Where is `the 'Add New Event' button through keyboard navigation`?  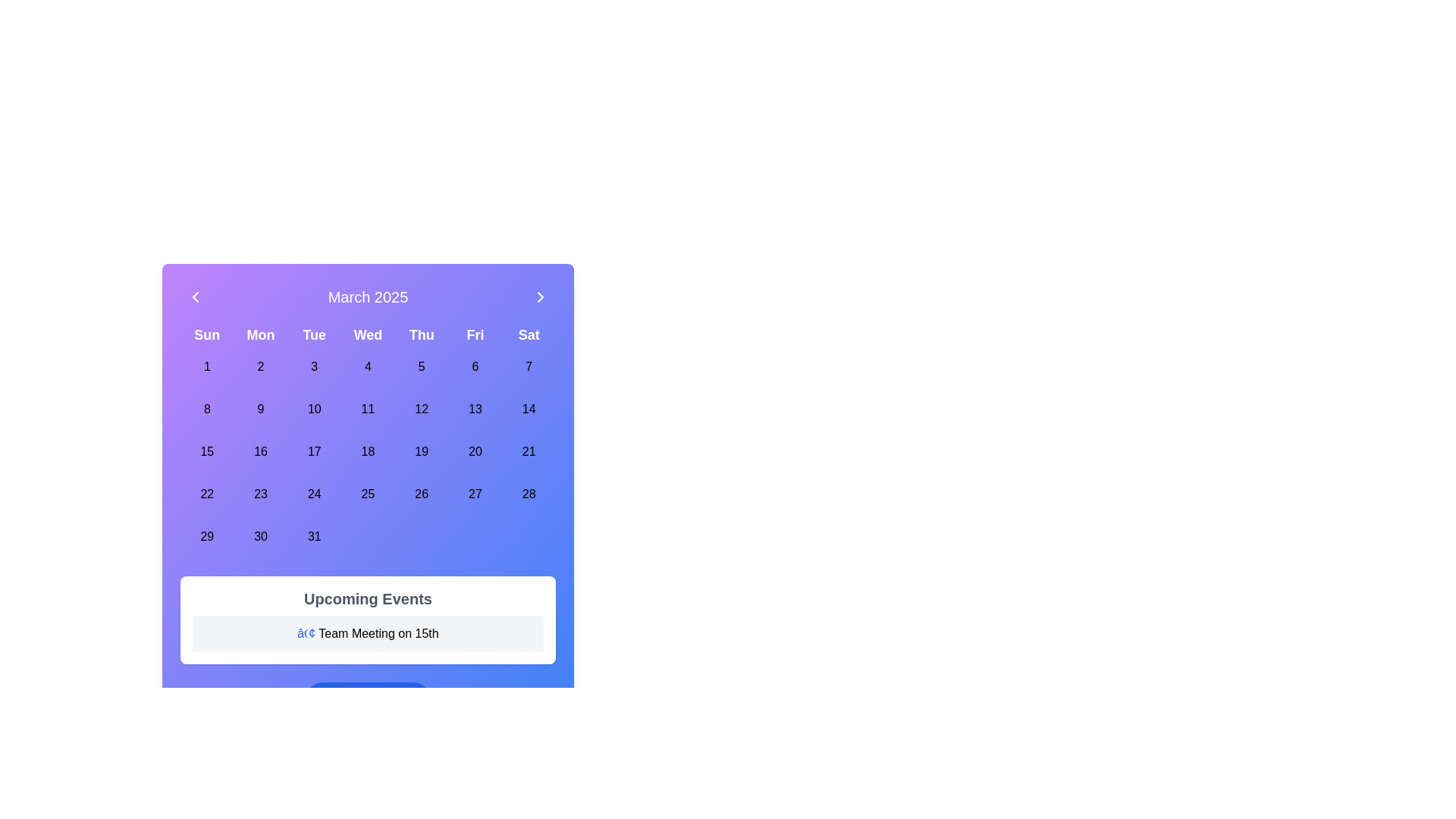
the 'Add New Event' button through keyboard navigation is located at coordinates (368, 701).